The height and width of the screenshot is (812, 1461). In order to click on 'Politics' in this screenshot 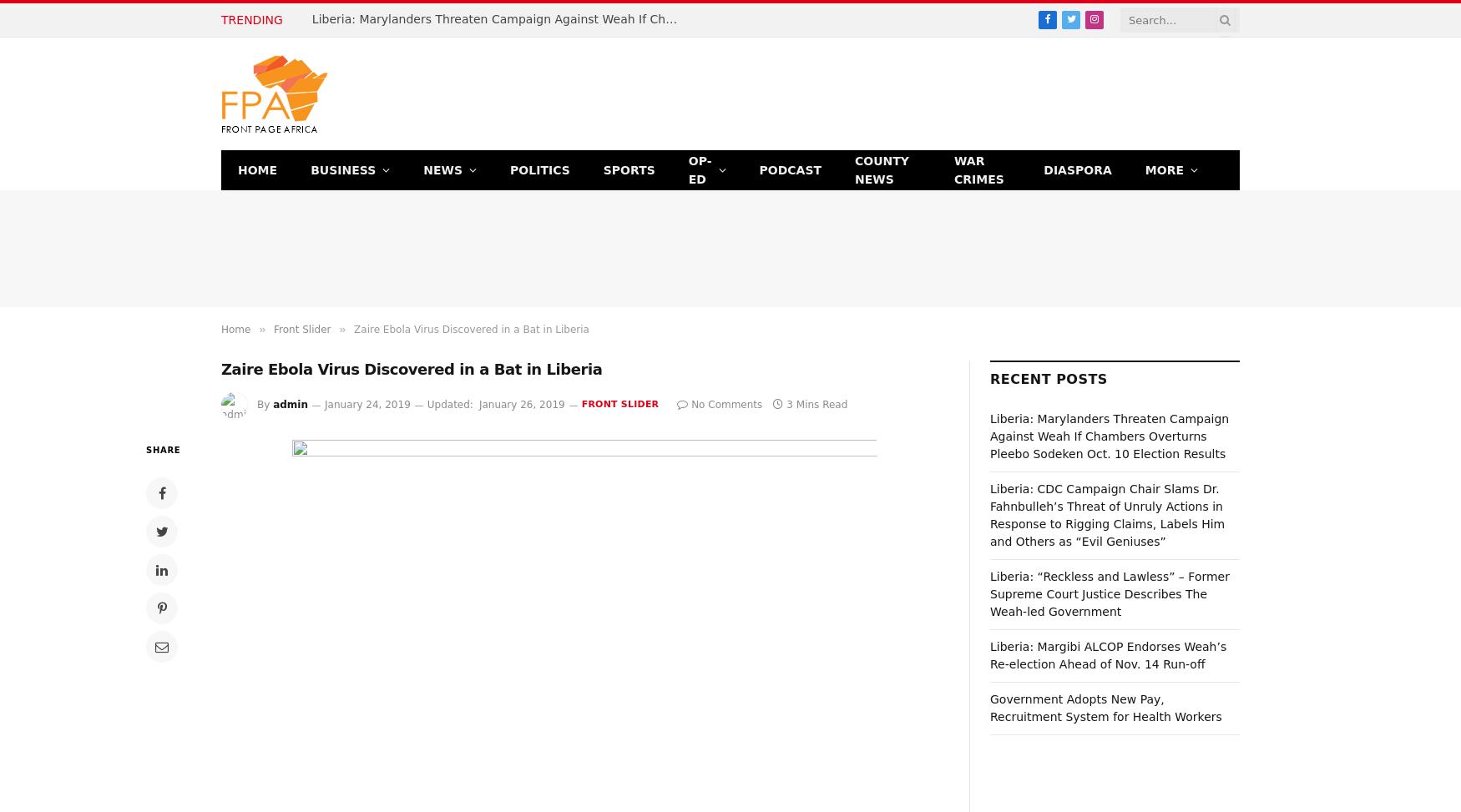, I will do `click(538, 169)`.